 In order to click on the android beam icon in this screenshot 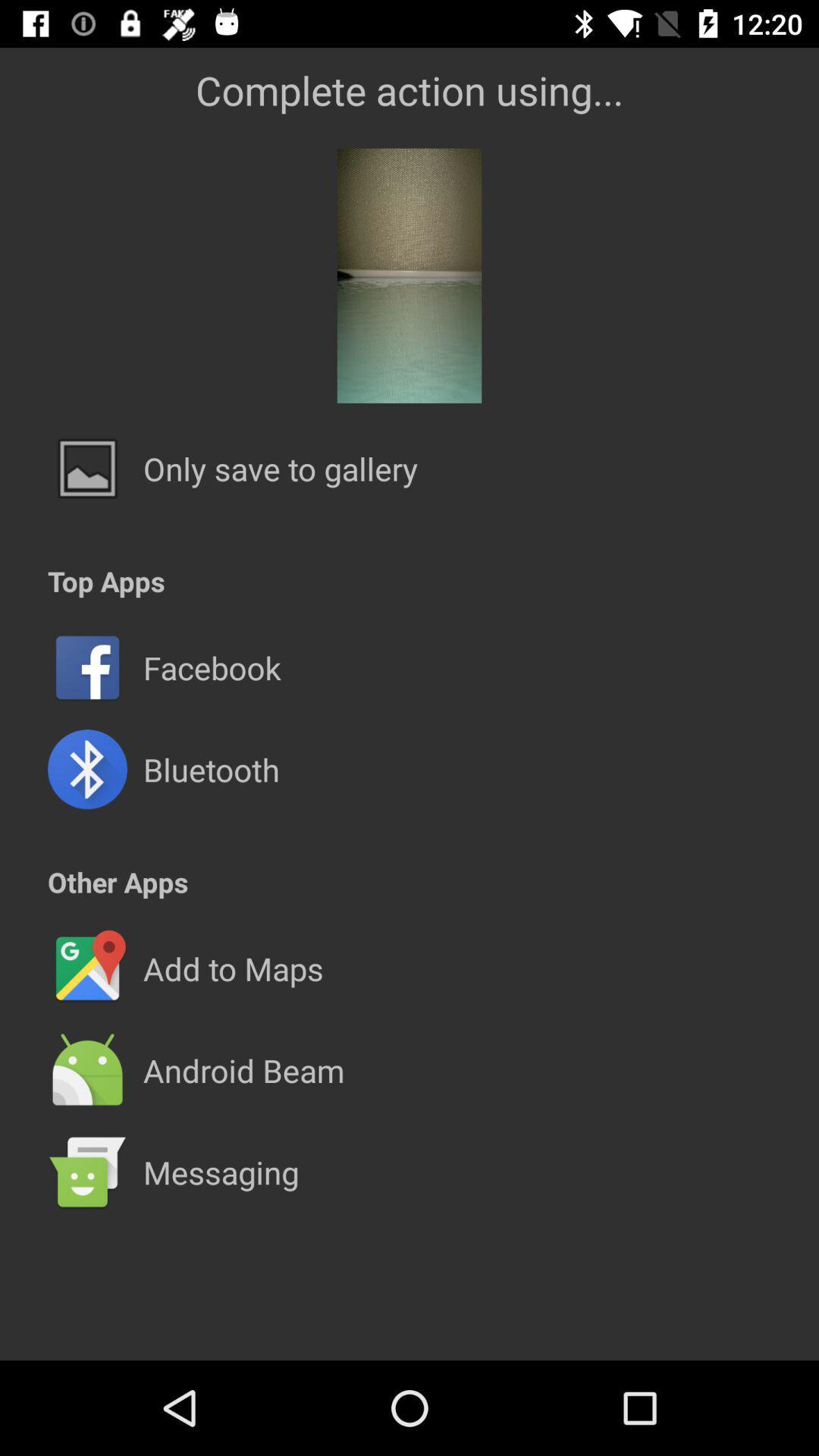, I will do `click(243, 1069)`.